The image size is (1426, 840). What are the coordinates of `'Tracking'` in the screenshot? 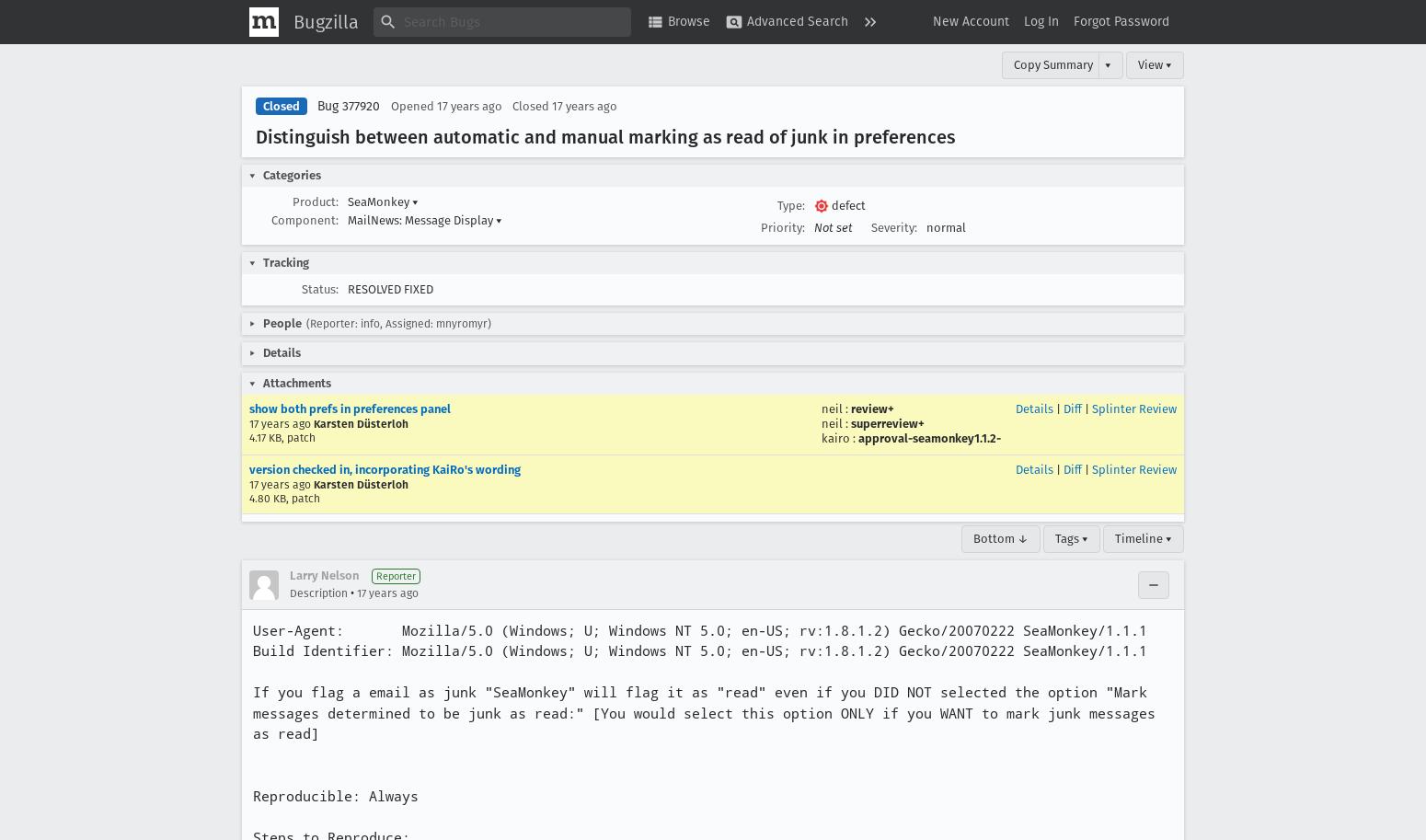 It's located at (285, 261).